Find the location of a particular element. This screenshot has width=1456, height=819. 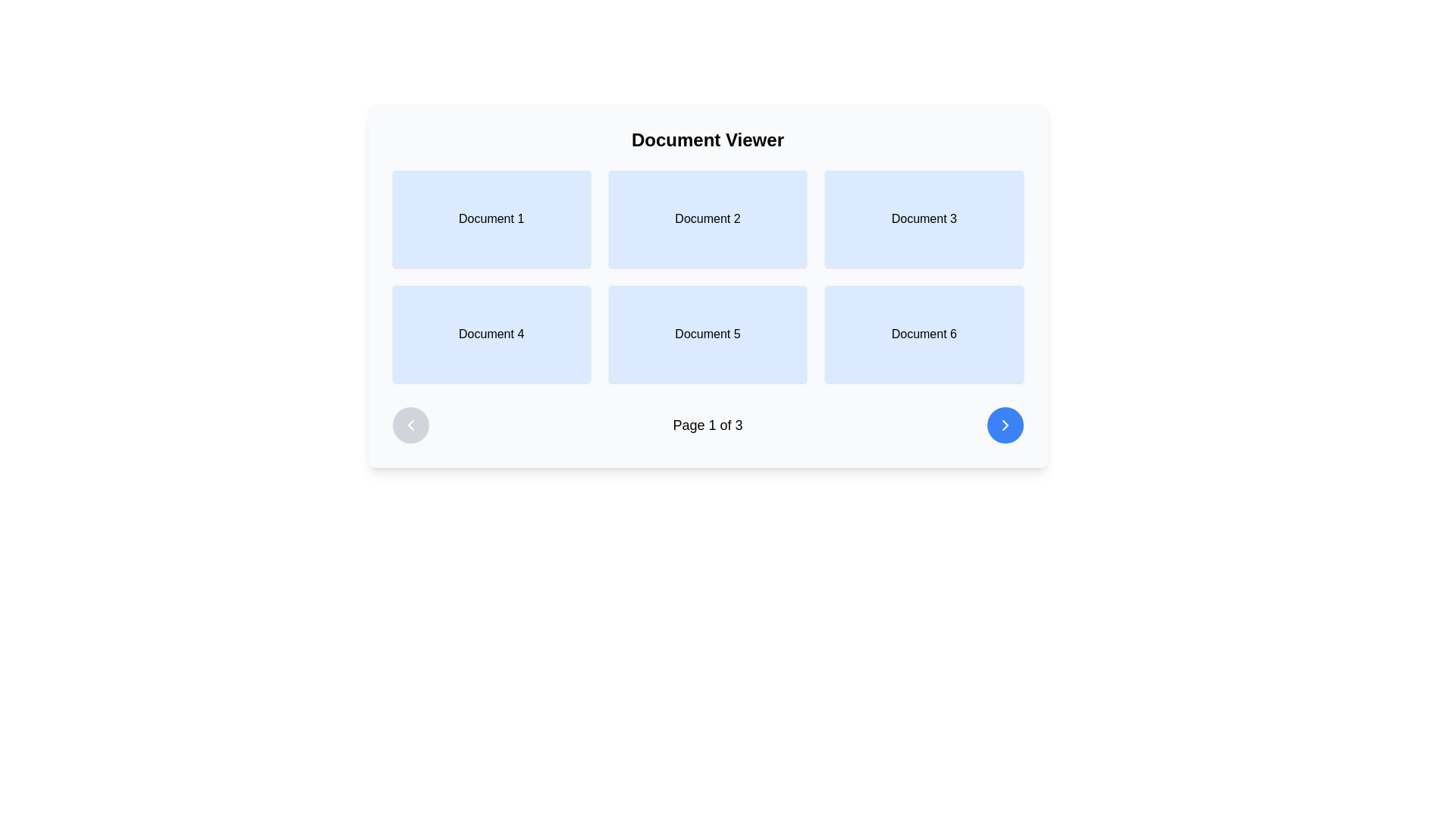

the Text Display that shows the current page number and total number of pages in the pagination system, located at the bottom center of the navigation control bar is located at coordinates (707, 425).